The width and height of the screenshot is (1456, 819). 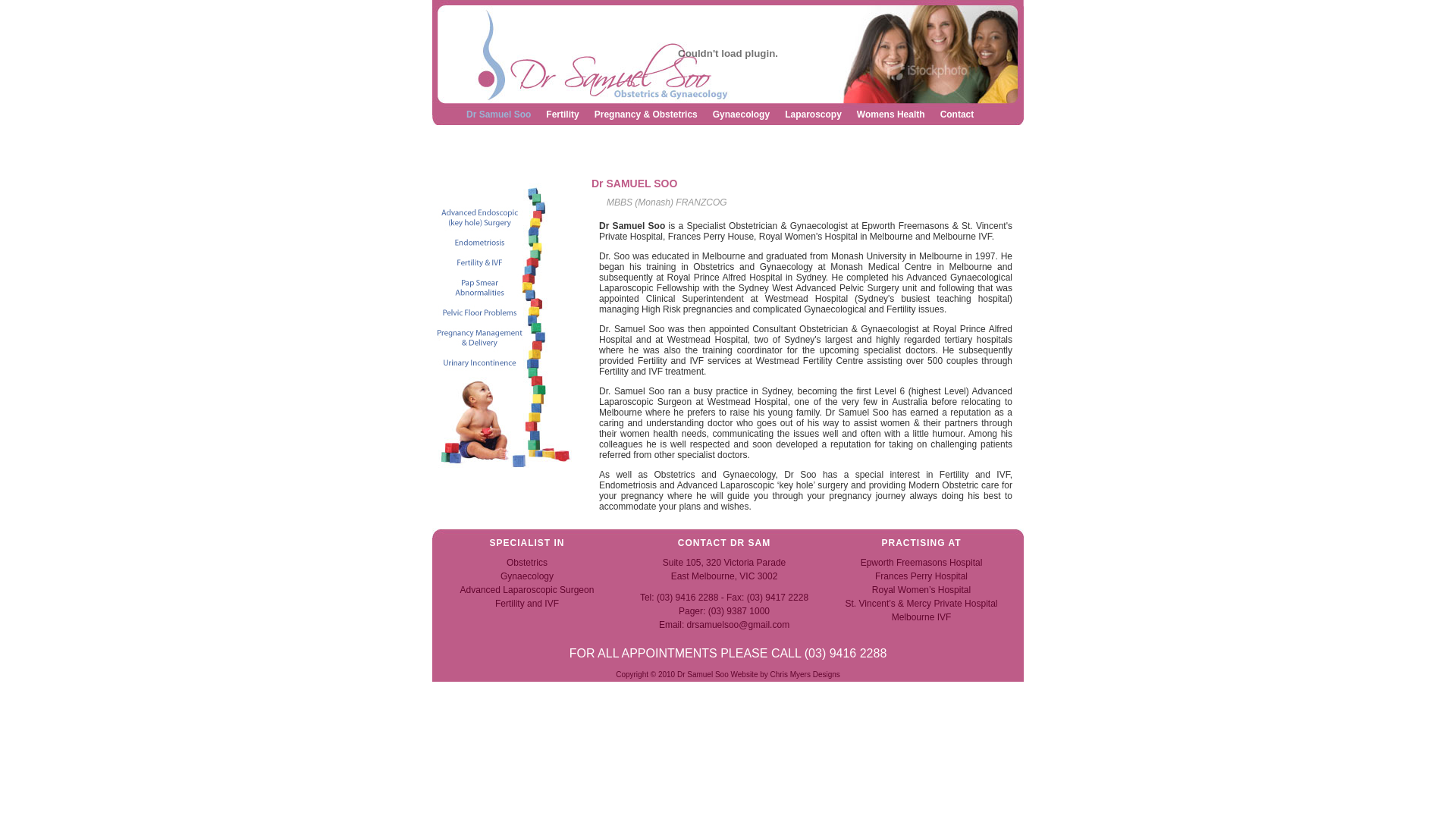 I want to click on 'drsamuelsoo@gmail.com', so click(x=739, y=625).